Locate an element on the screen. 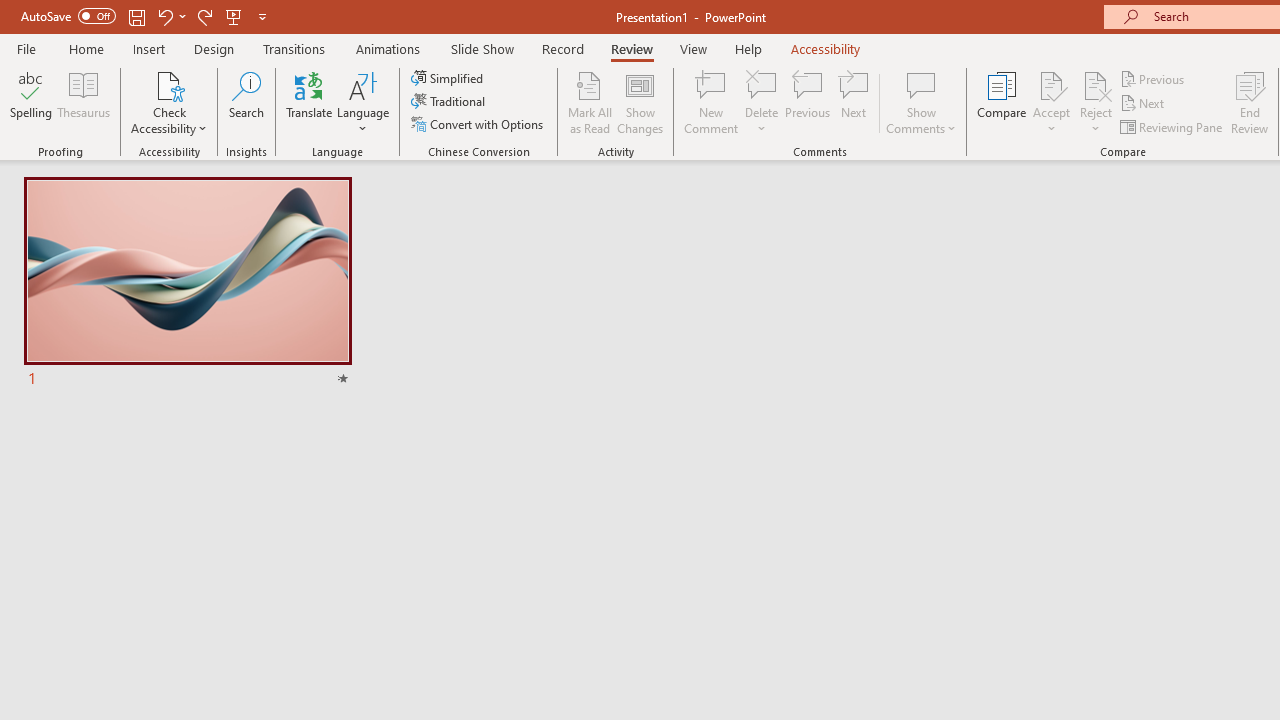 The image size is (1280, 720). 'Thesaurus...' is located at coordinates (82, 103).